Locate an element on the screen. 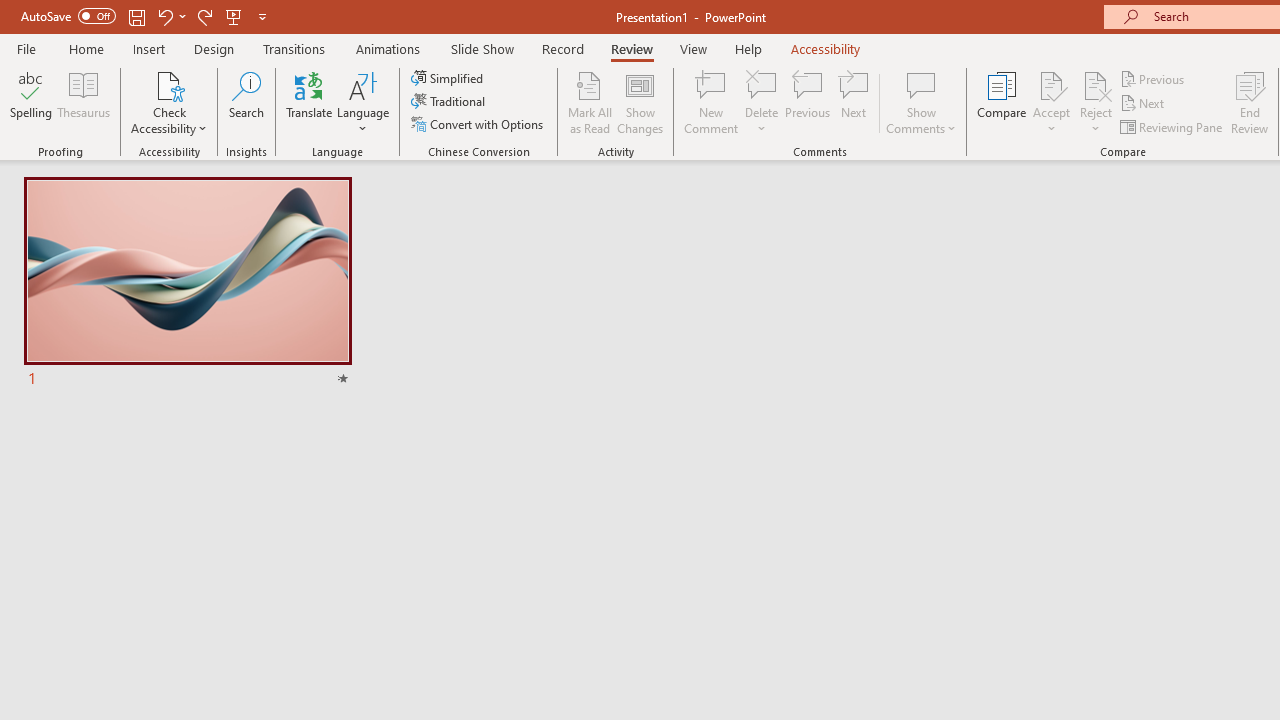 The image size is (1280, 720). 'Thesaurus...' is located at coordinates (82, 103).